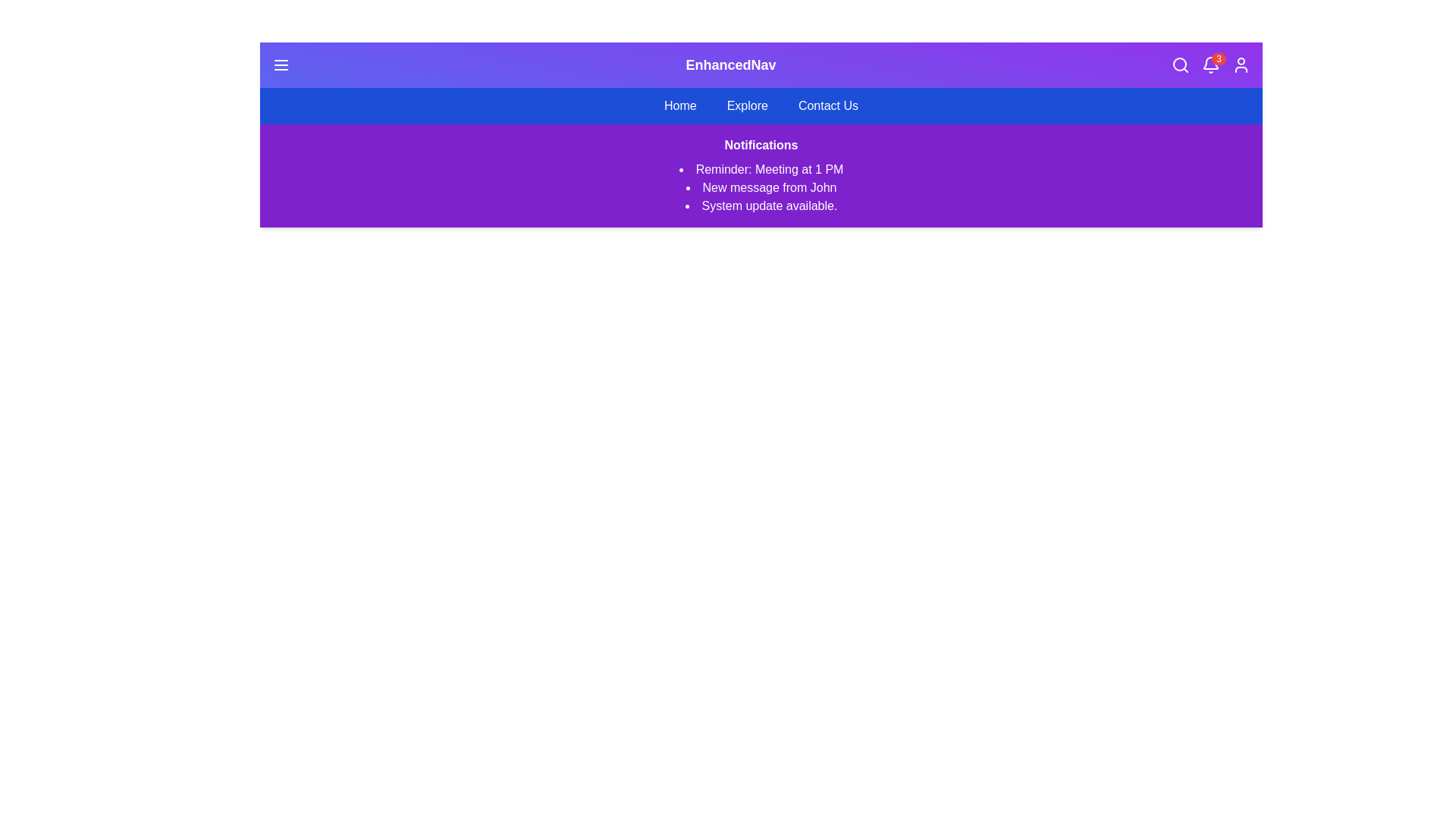  Describe the element at coordinates (1178, 63) in the screenshot. I see `the graphical style of the circular SVG element that is part of the search icon located in the top-right corner of the navigation bar` at that location.